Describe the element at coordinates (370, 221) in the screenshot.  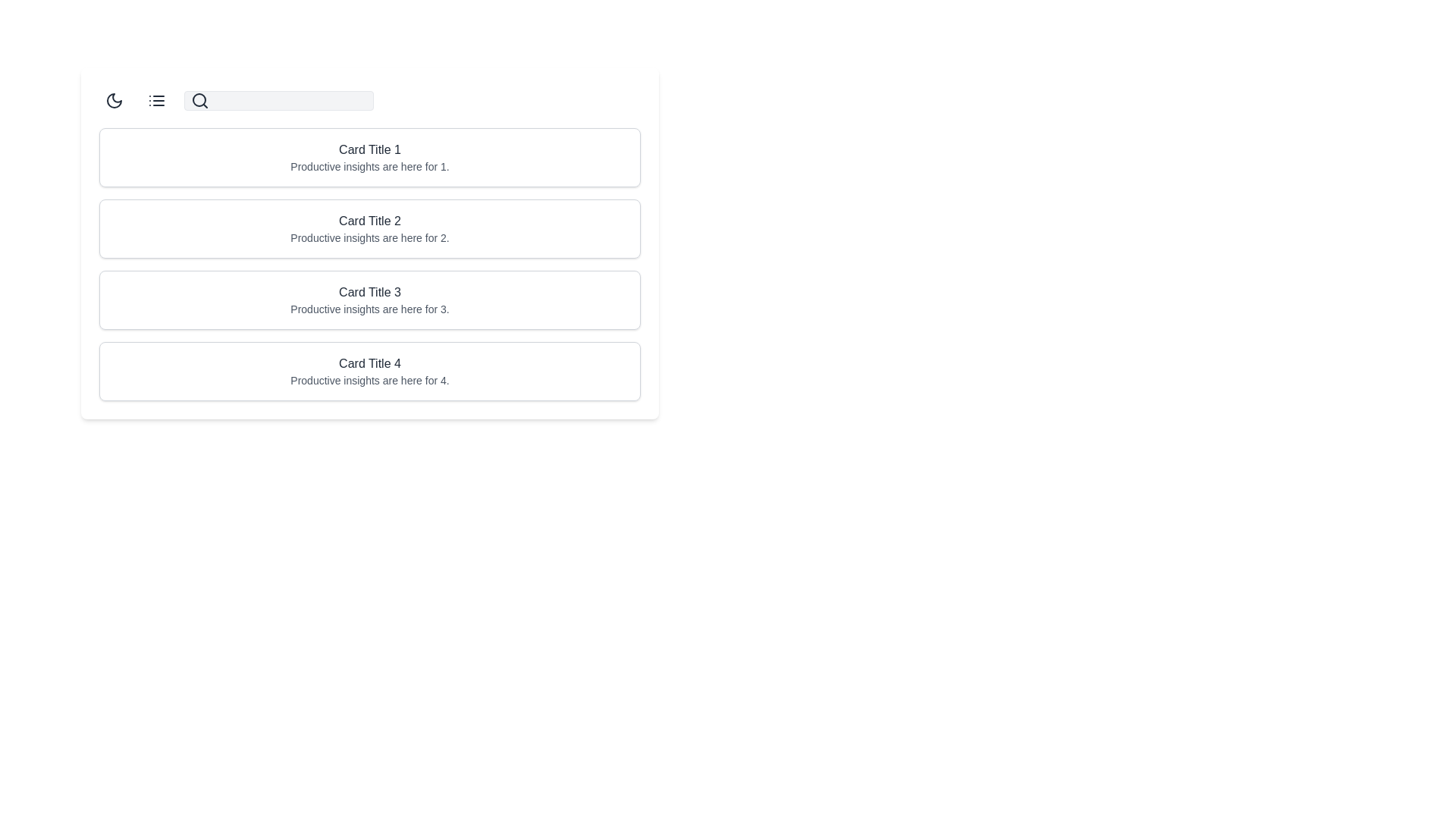
I see `text content of the primary title or heading Text Label located at the top of the second card in a vertically stacked list of similar cards` at that location.